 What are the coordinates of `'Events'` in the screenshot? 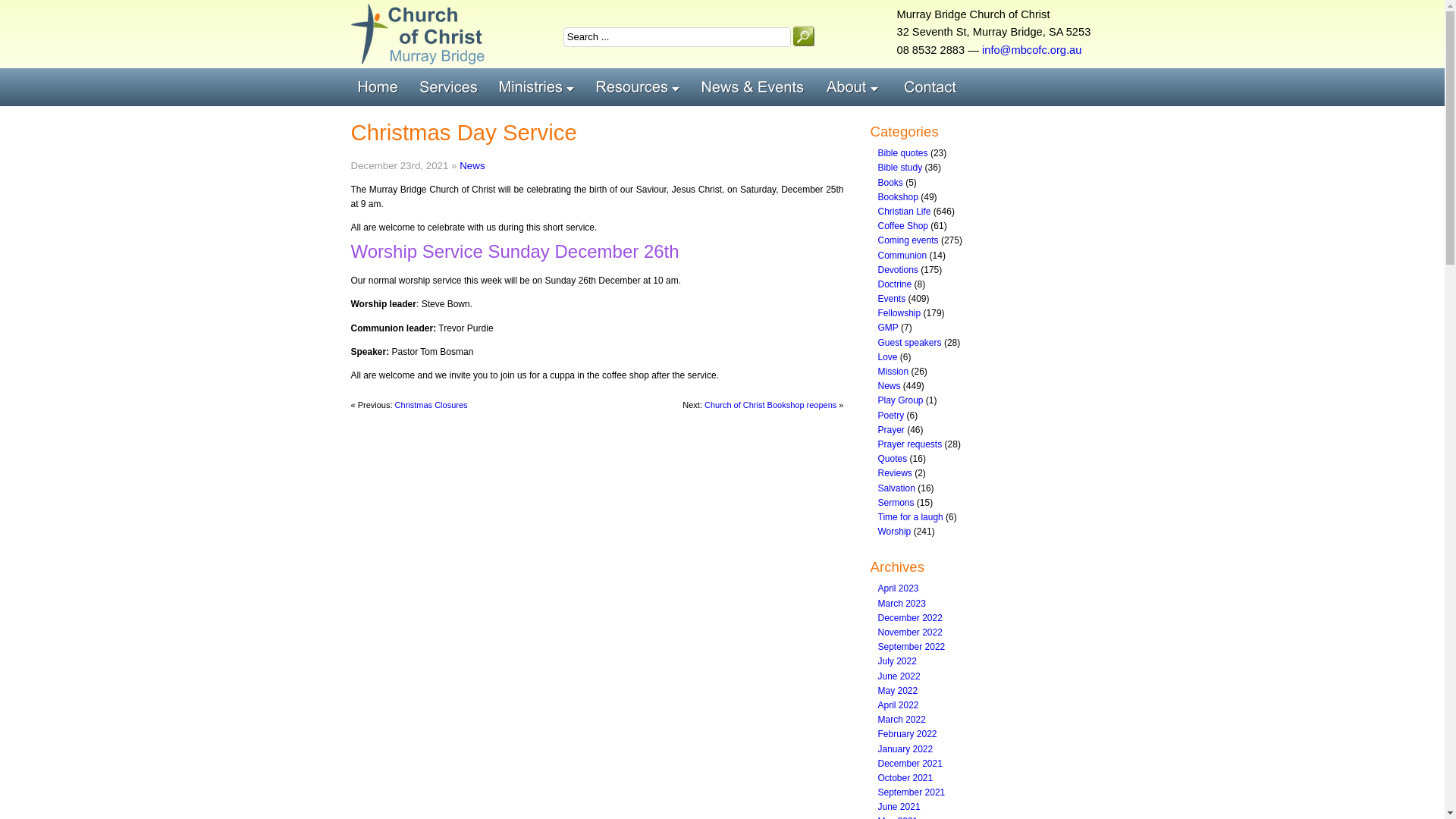 It's located at (892, 298).